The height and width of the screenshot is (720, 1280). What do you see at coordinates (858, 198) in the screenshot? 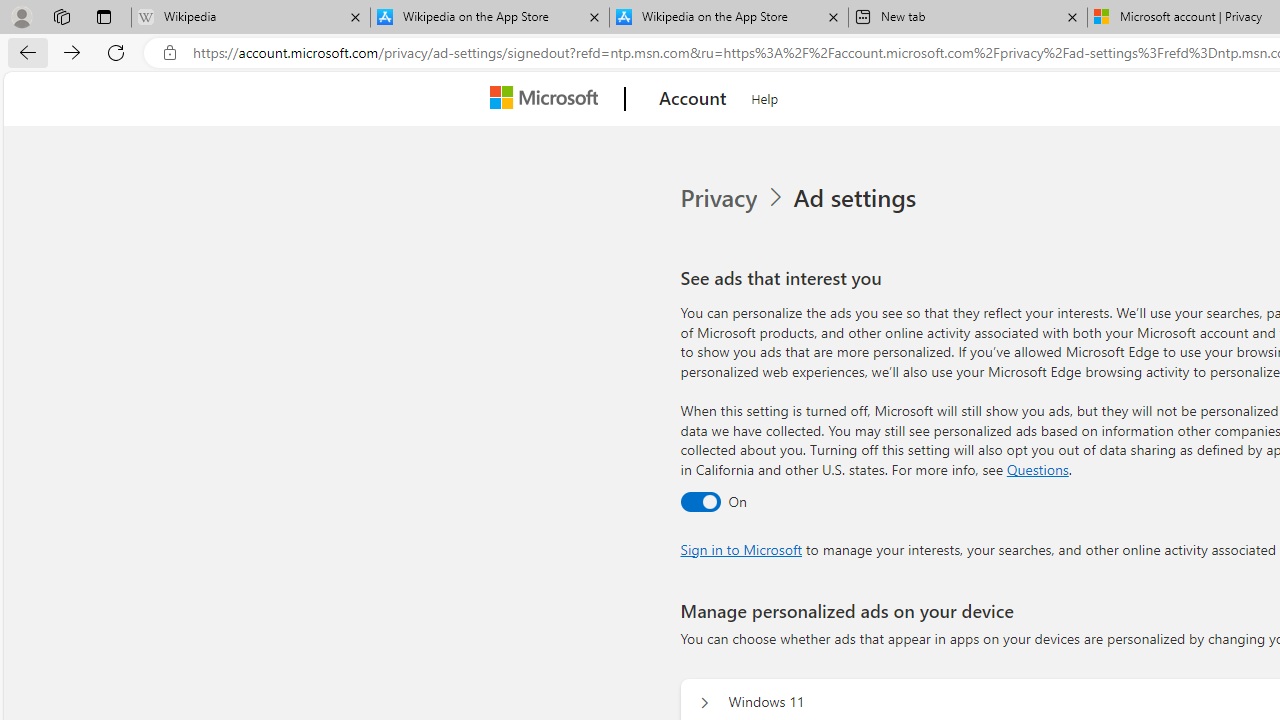
I see `'Ad settings'` at bounding box center [858, 198].